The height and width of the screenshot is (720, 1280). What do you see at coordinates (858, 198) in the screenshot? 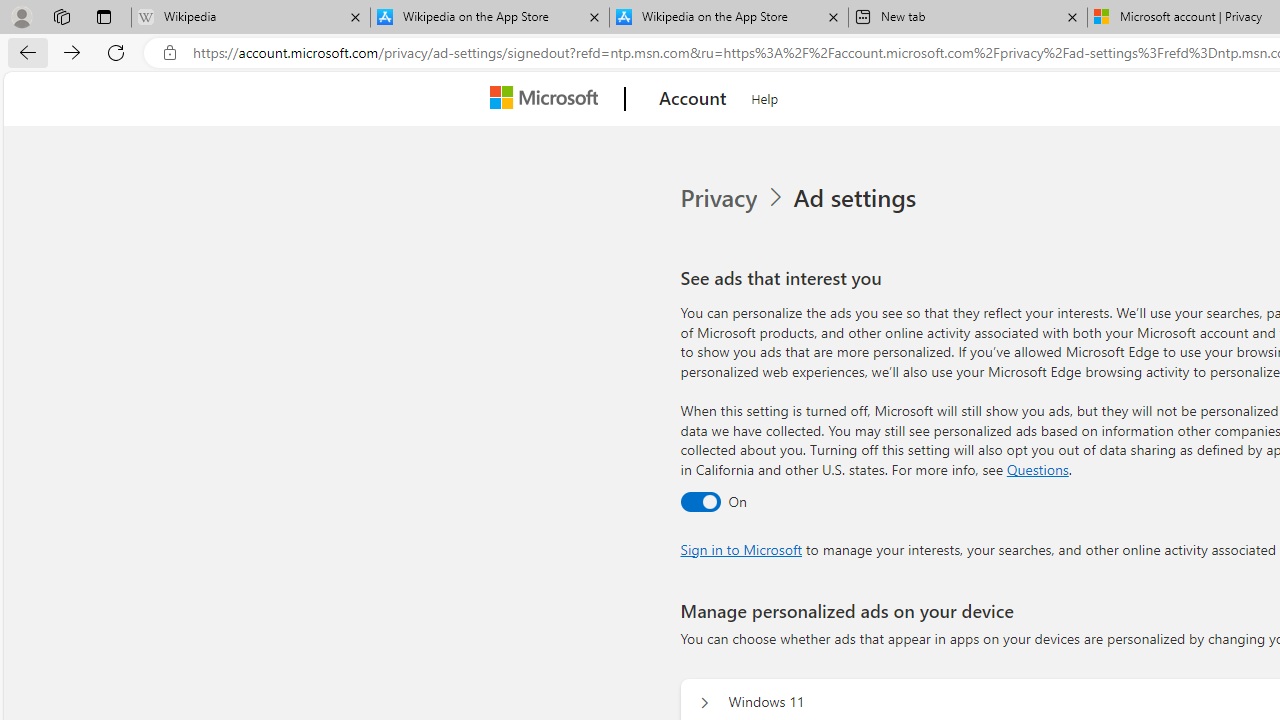
I see `'Ad settings'` at bounding box center [858, 198].